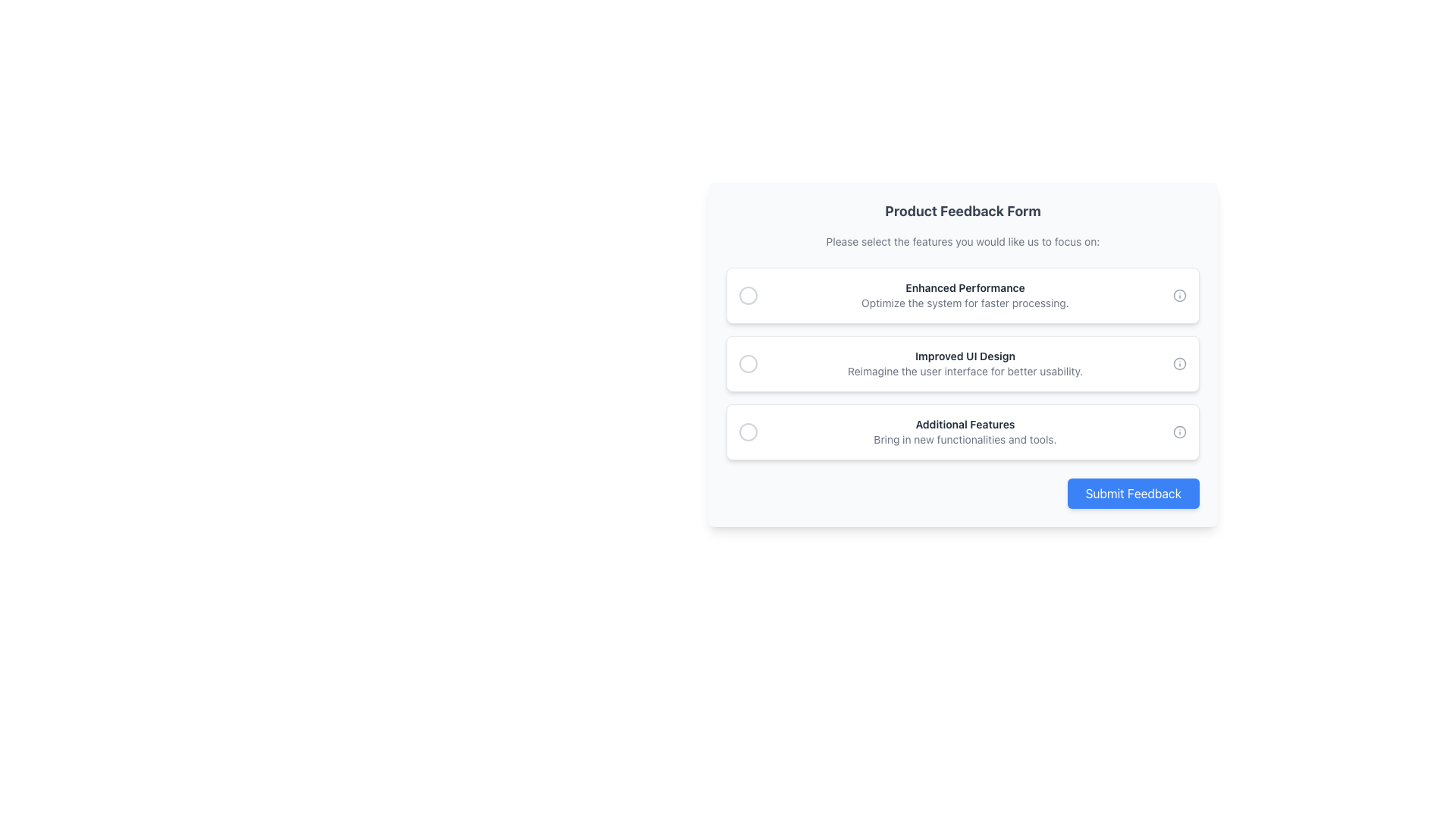  Describe the element at coordinates (964, 356) in the screenshot. I see `text label that serves as the title for the option to improve the user interface design, located above the description 'Reimagine the user interface for better usability.'` at that location.